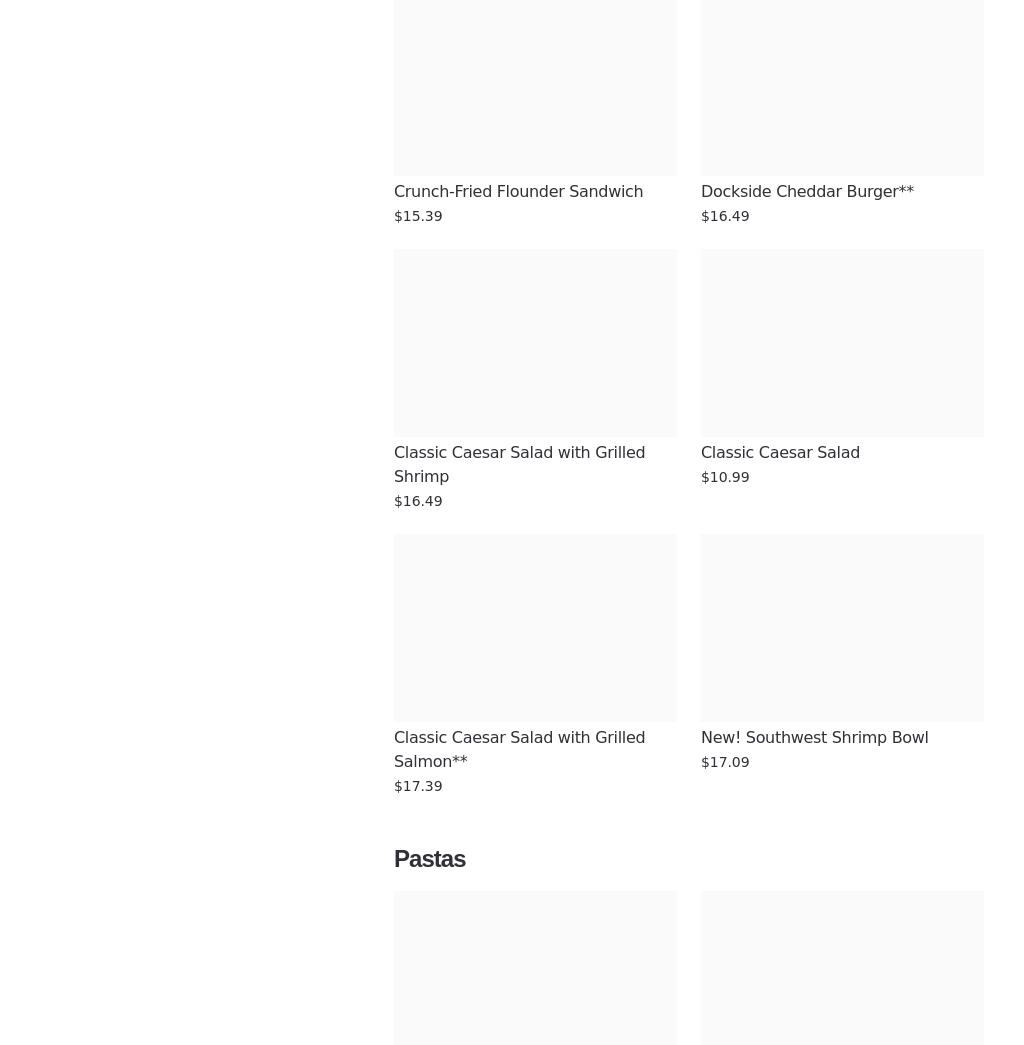 The image size is (1024, 1045). What do you see at coordinates (518, 191) in the screenshot?
I see `'Crunch-Fried Flounder Sandwich'` at bounding box center [518, 191].